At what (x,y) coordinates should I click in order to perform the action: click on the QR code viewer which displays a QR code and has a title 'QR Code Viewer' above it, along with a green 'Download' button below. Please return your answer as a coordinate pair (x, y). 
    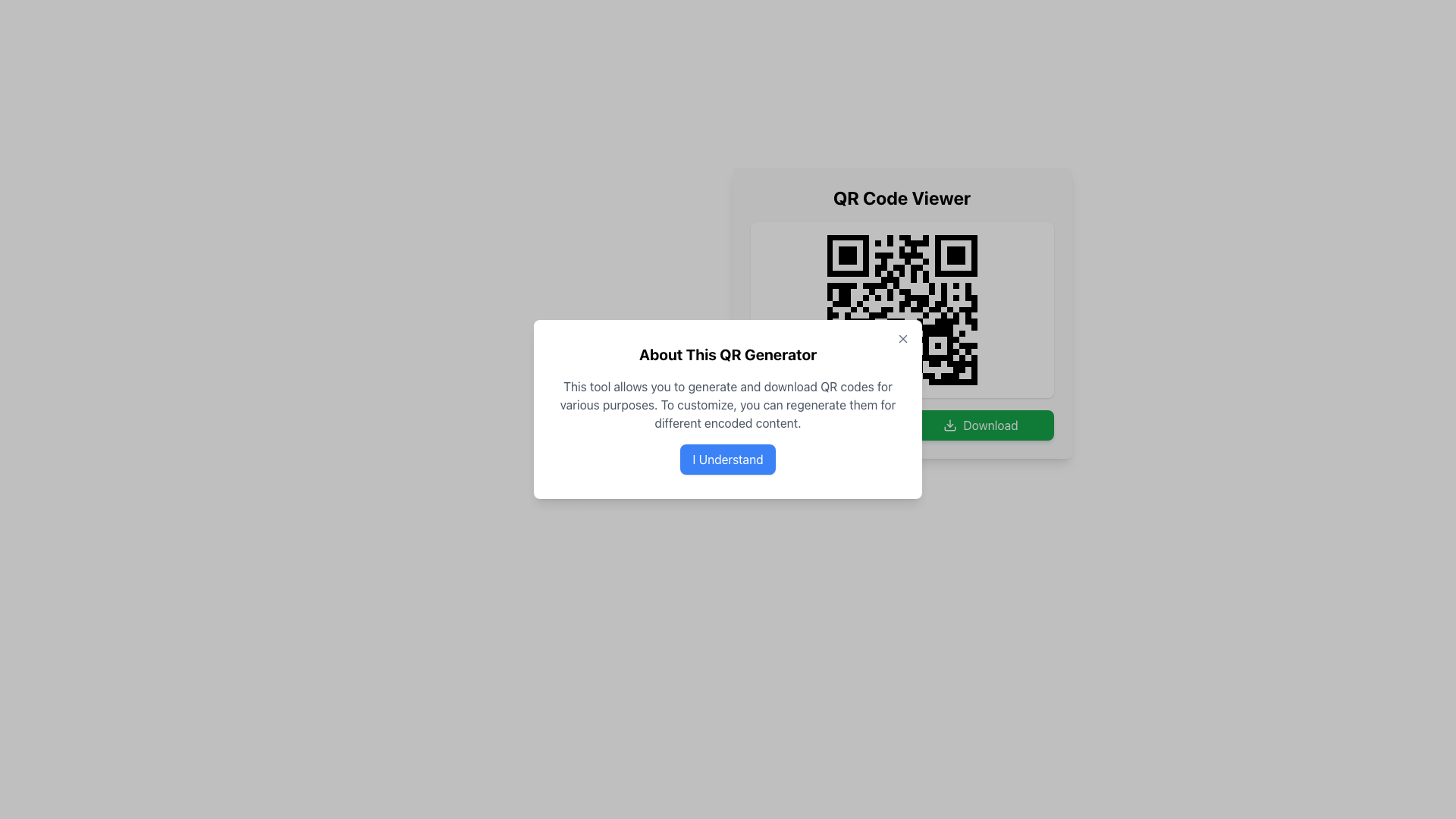
    Looking at the image, I should click on (902, 312).